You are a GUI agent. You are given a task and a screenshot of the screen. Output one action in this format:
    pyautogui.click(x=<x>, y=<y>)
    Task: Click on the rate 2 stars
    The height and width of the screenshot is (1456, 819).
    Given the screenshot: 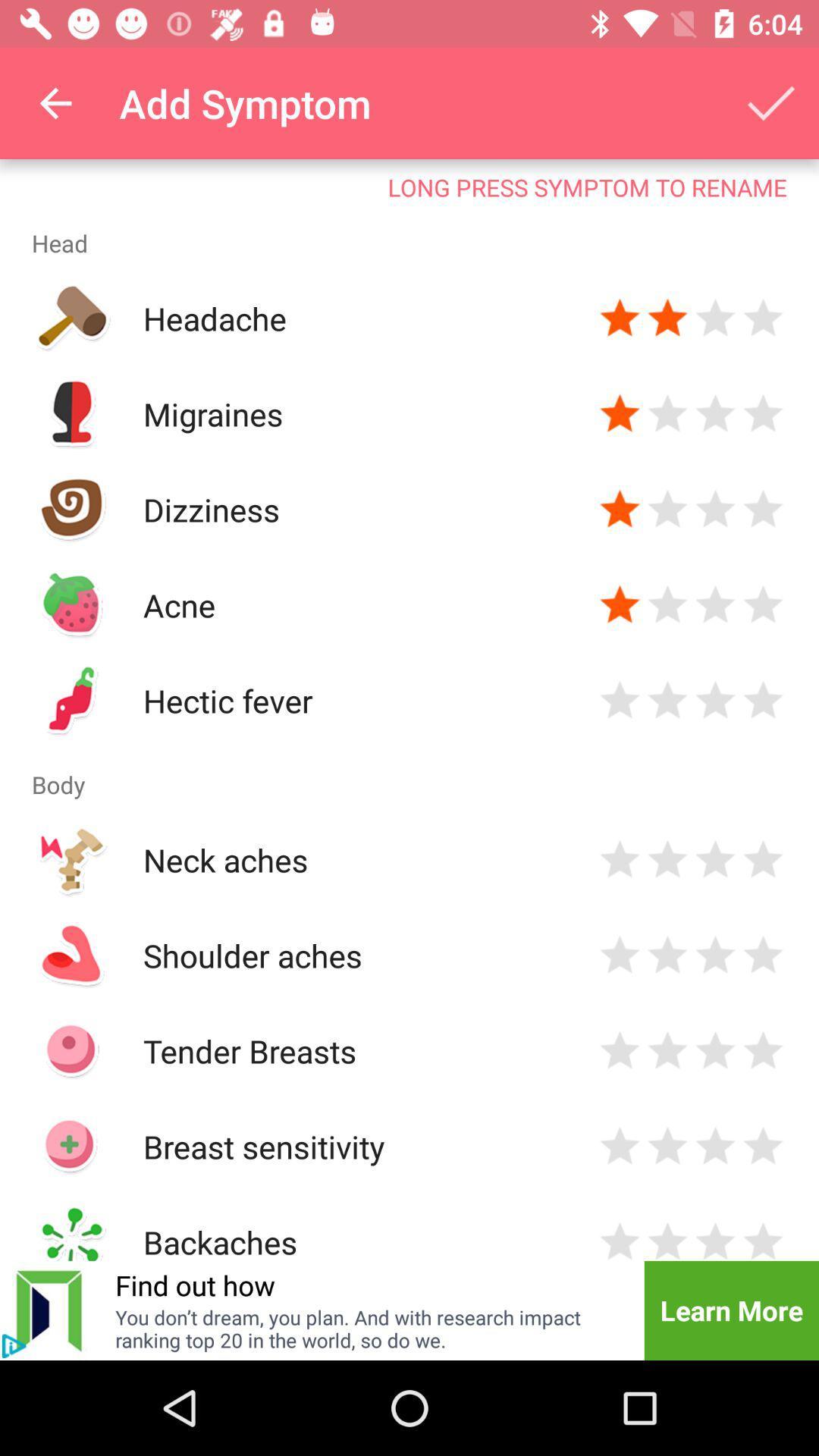 What is the action you would take?
    pyautogui.click(x=667, y=1239)
    